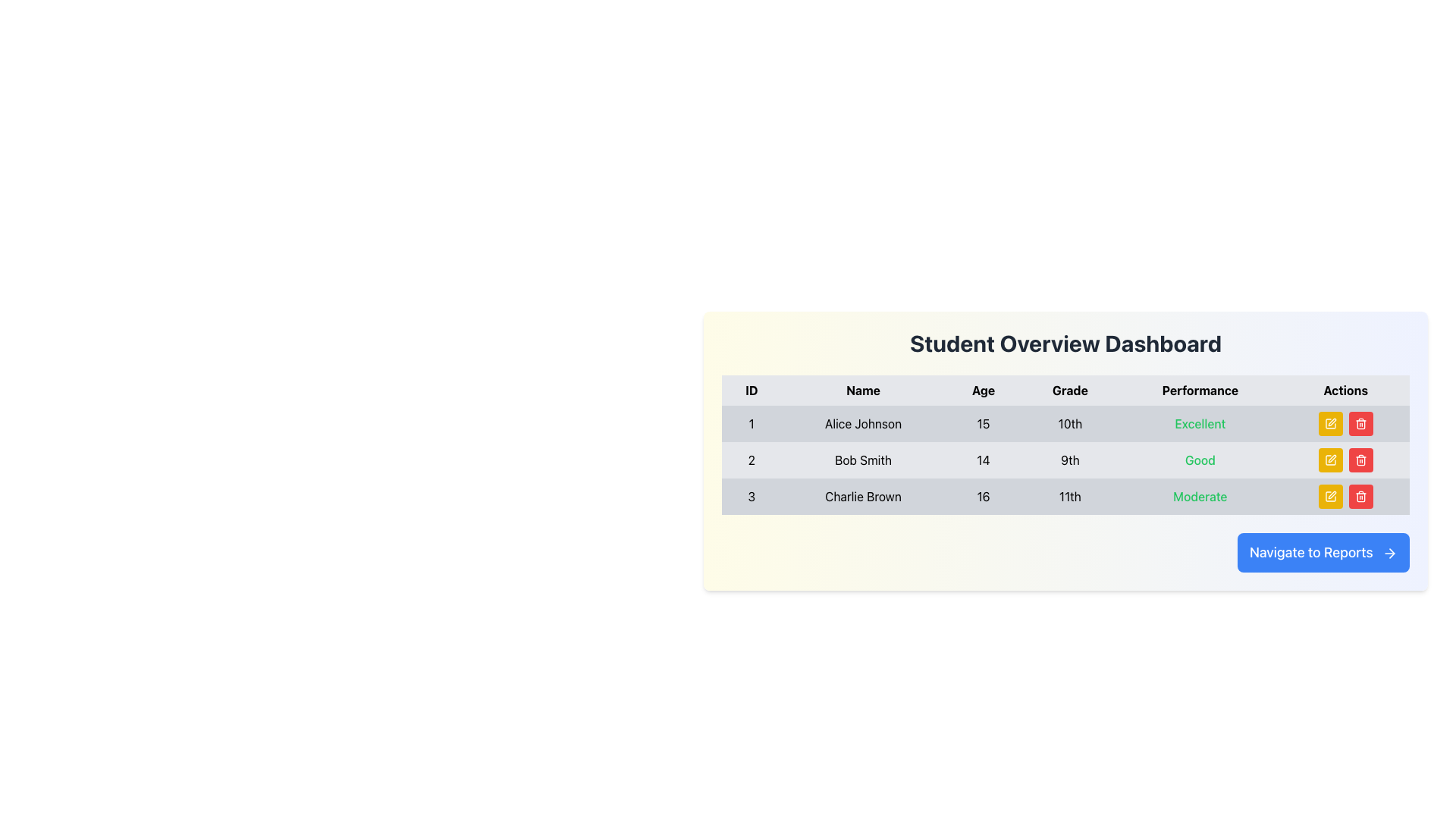  Describe the element at coordinates (1345, 497) in the screenshot. I see `the red button with the trash can icon located in the last row of the table under the 'Actions' column, adjacent to the 'Moderate' performance label` at that location.